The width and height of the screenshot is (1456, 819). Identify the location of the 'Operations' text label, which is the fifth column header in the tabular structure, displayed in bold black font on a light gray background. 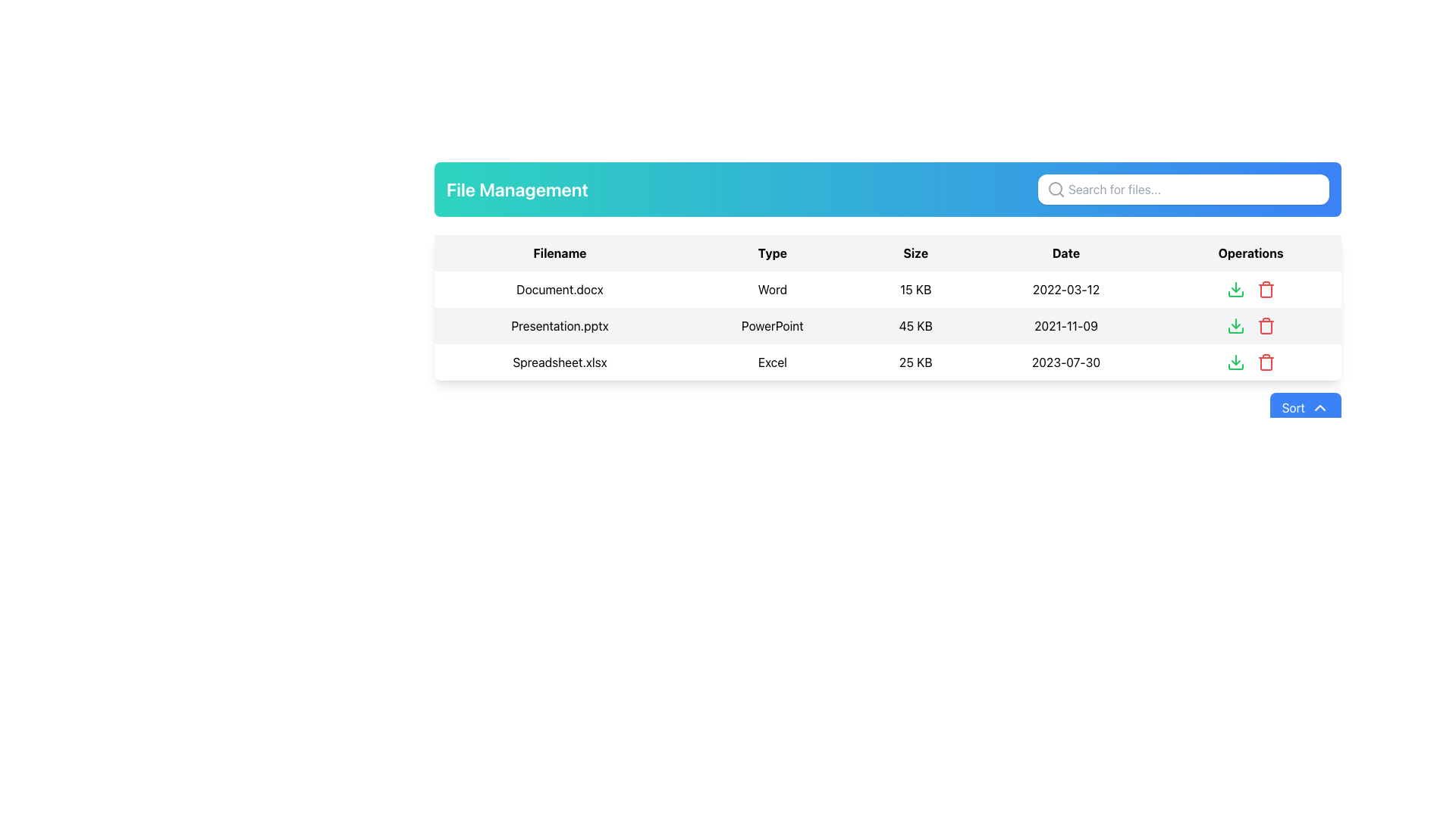
(1250, 253).